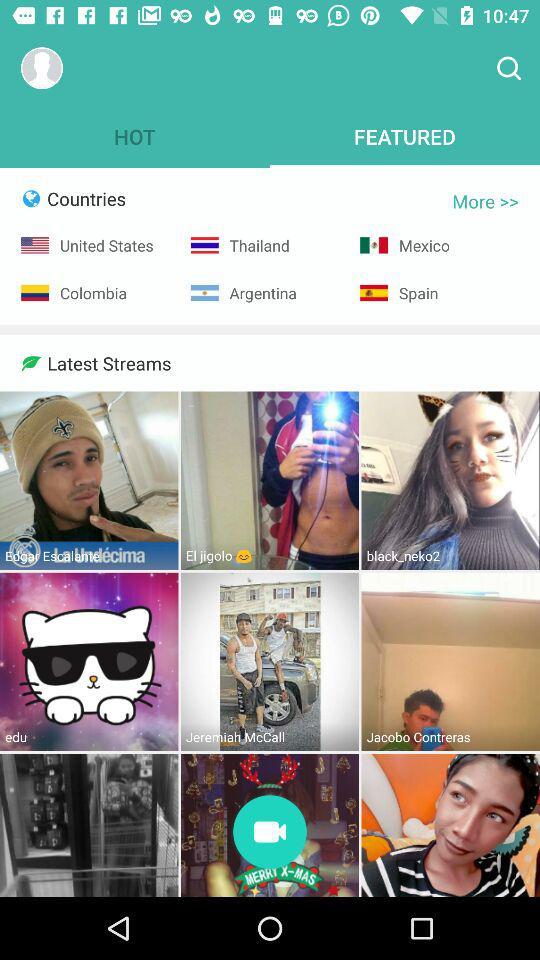 Image resolution: width=540 pixels, height=960 pixels. Describe the element at coordinates (270, 833) in the screenshot. I see `the videocam icon` at that location.